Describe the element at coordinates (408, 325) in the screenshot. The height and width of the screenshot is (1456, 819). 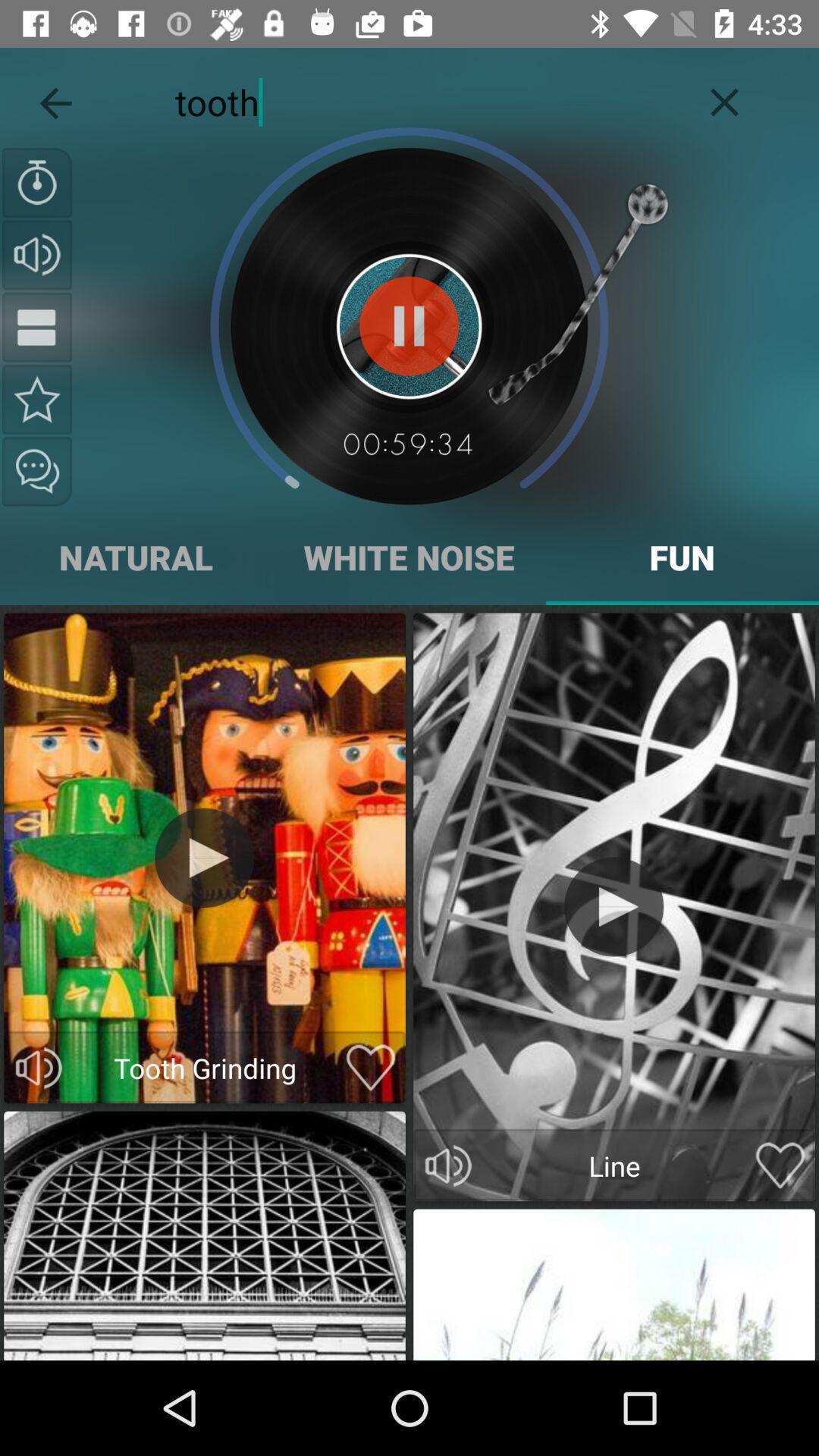
I see `pause playing option` at that location.